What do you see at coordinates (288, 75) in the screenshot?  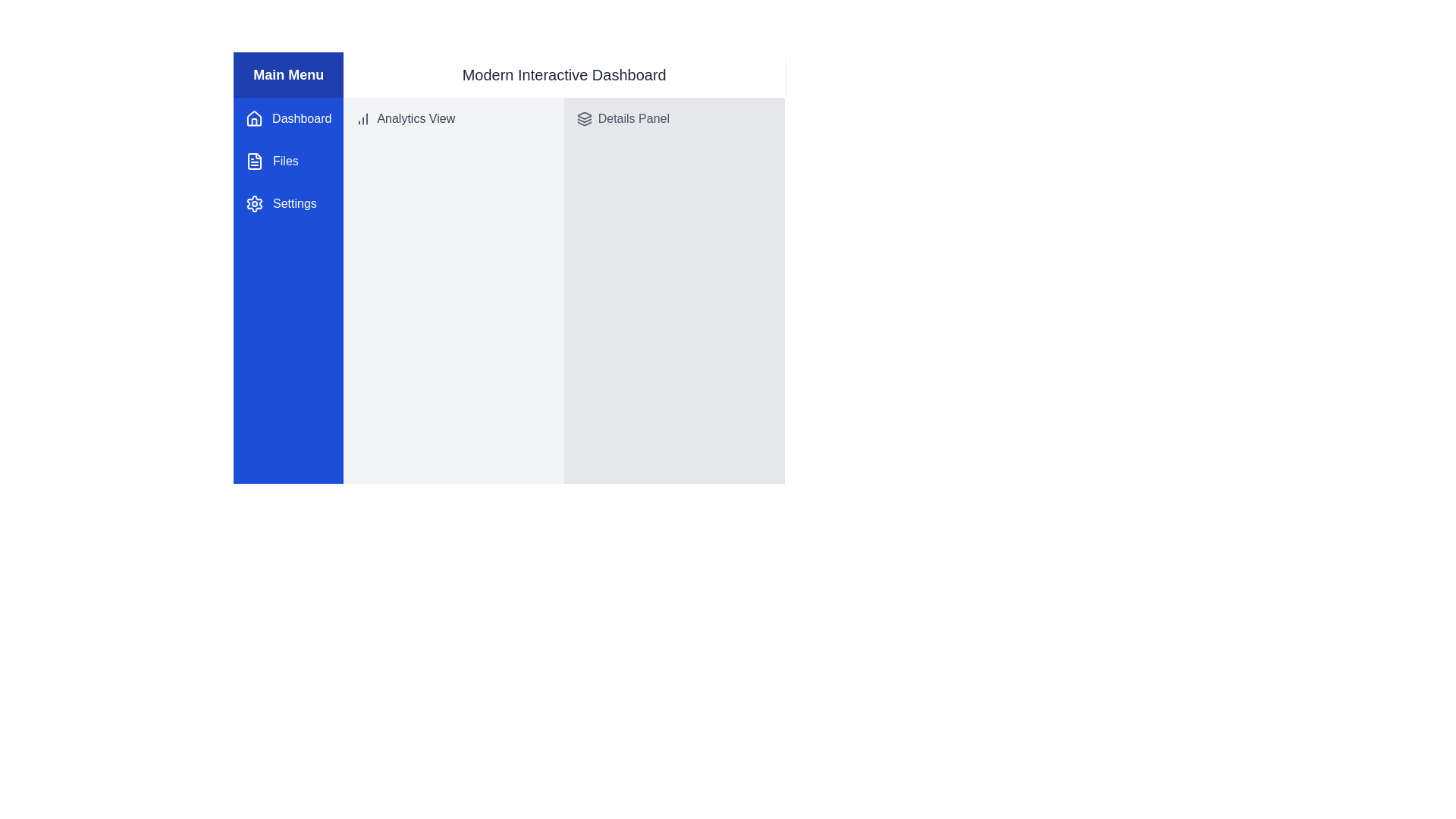 I see `the blue rectangular header labeled 'Main Menu', which is prominently displayed at the top of the sidebar menu` at bounding box center [288, 75].